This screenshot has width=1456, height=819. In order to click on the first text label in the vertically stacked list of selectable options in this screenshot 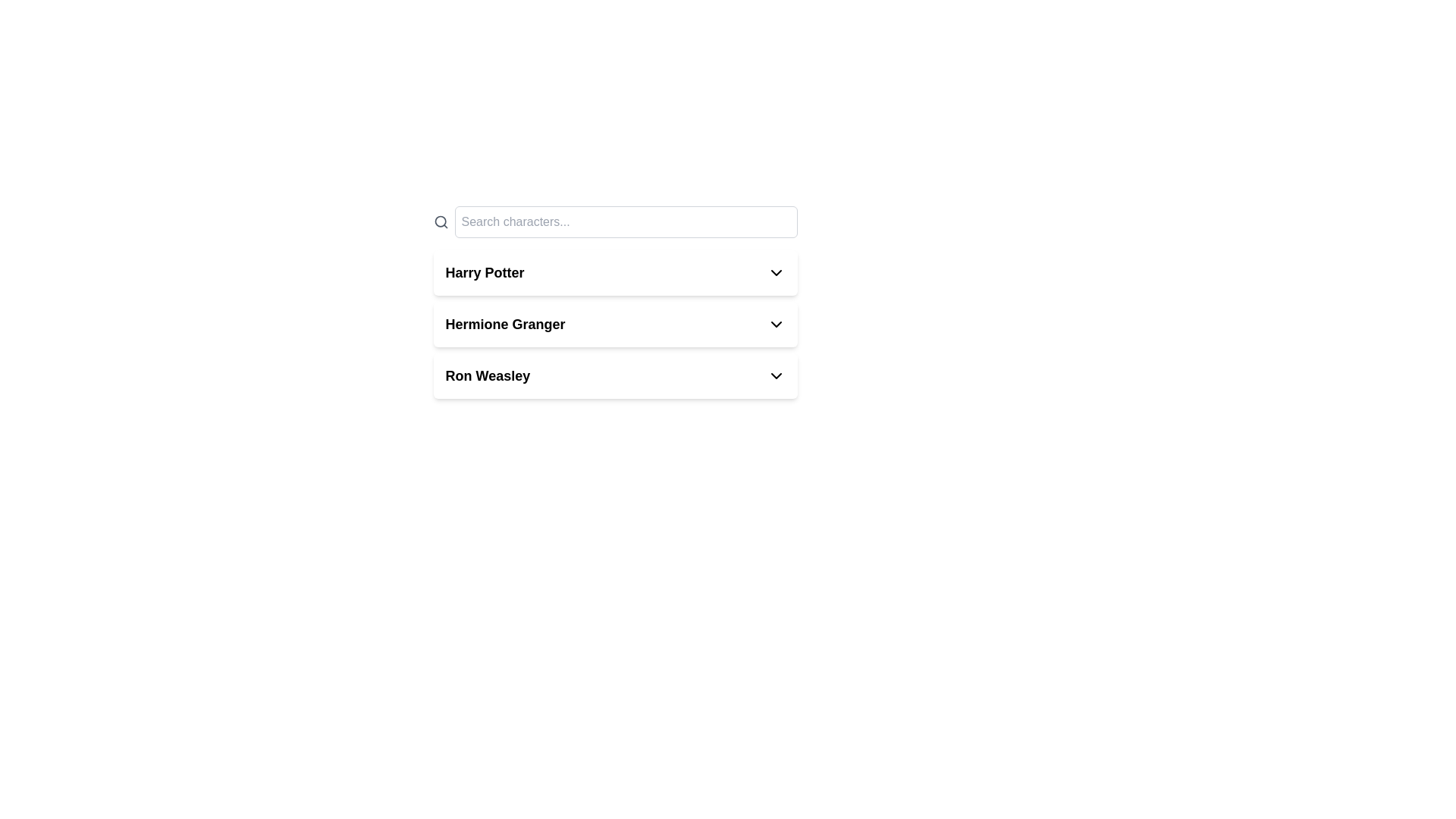, I will do `click(484, 271)`.